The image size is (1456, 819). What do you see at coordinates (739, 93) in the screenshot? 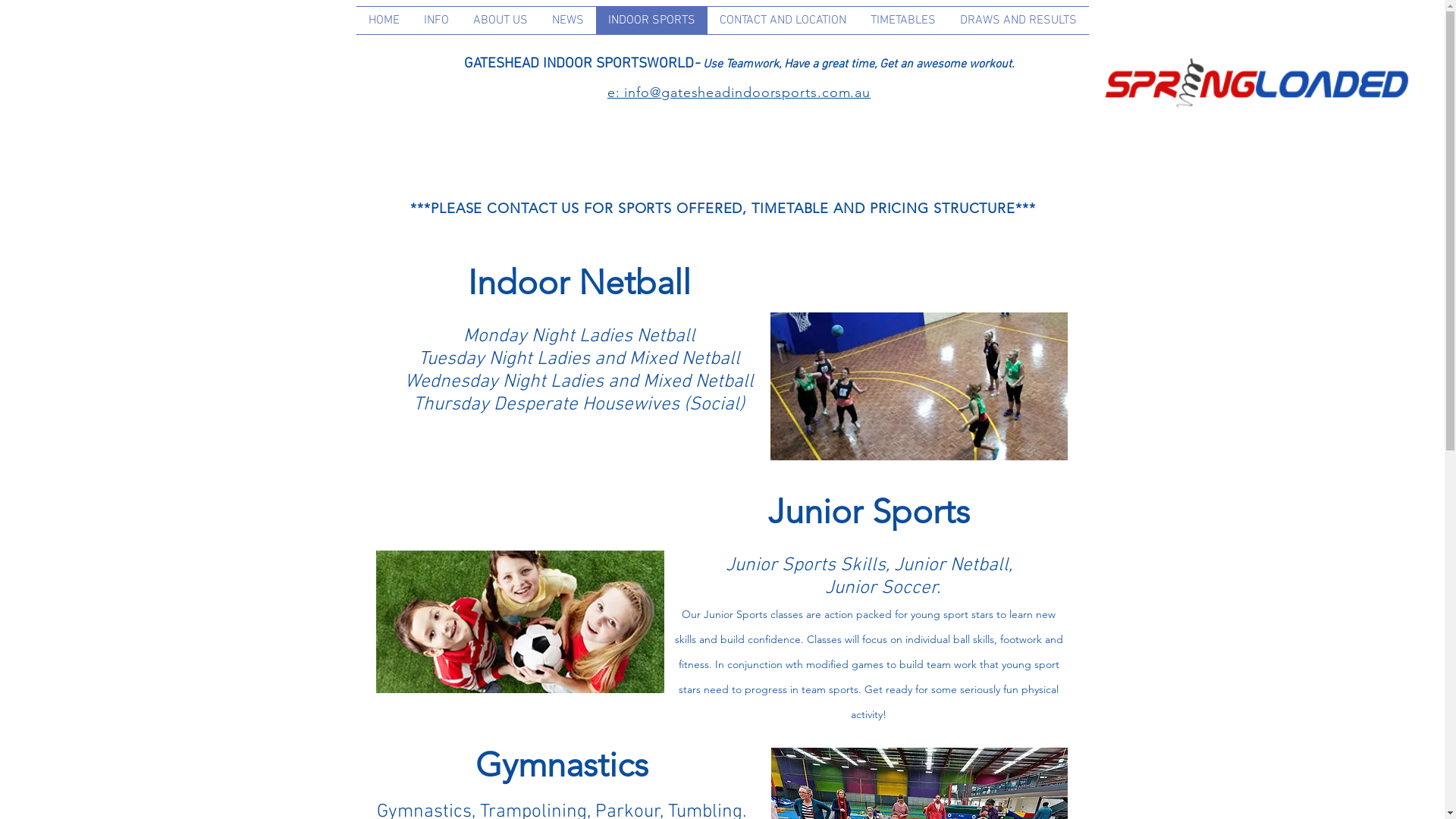
I see `'e: info@gatesheadindoorsports.com.au'` at bounding box center [739, 93].